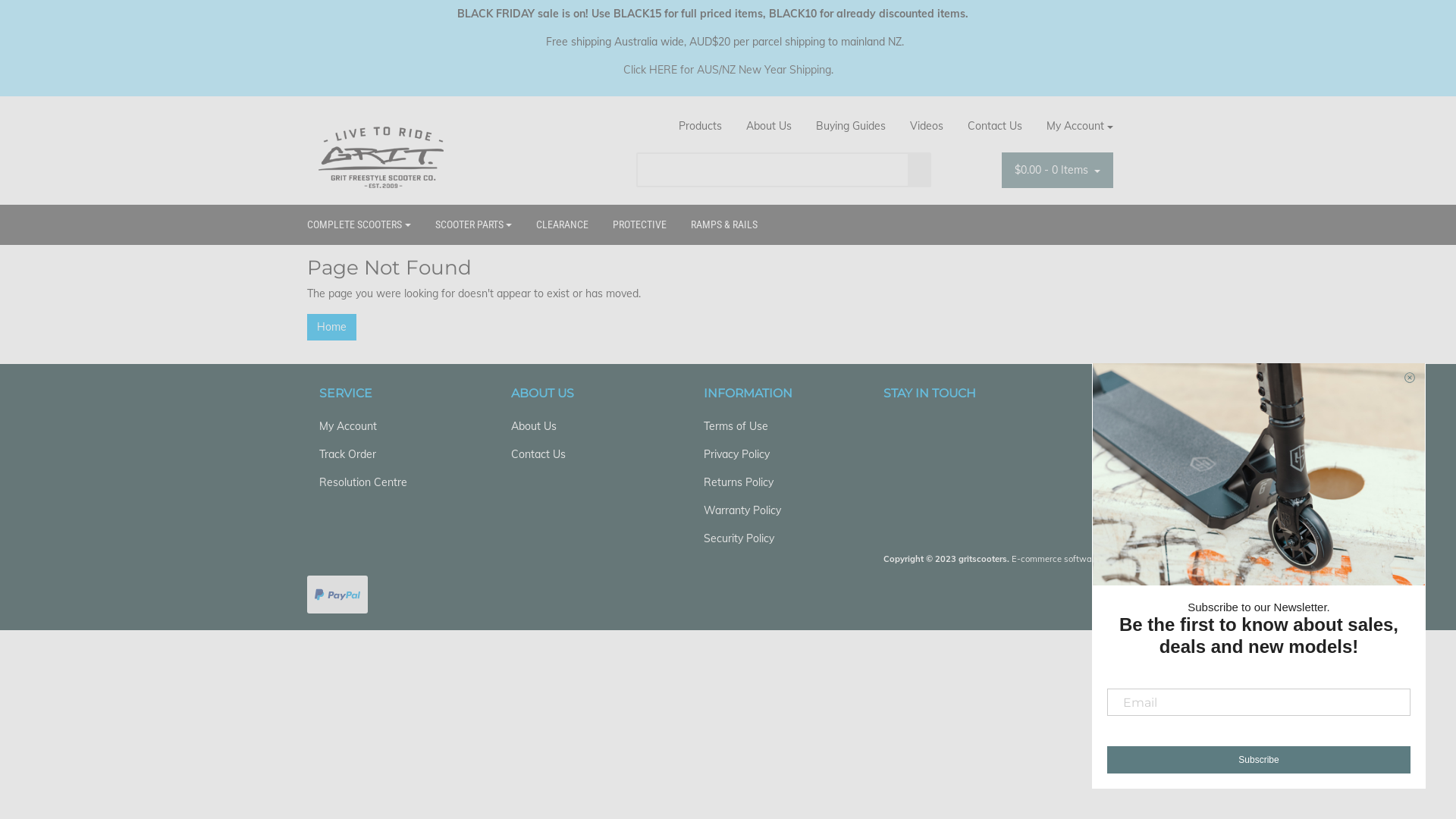  Describe the element at coordinates (776, 426) in the screenshot. I see `'Terms of Use'` at that location.